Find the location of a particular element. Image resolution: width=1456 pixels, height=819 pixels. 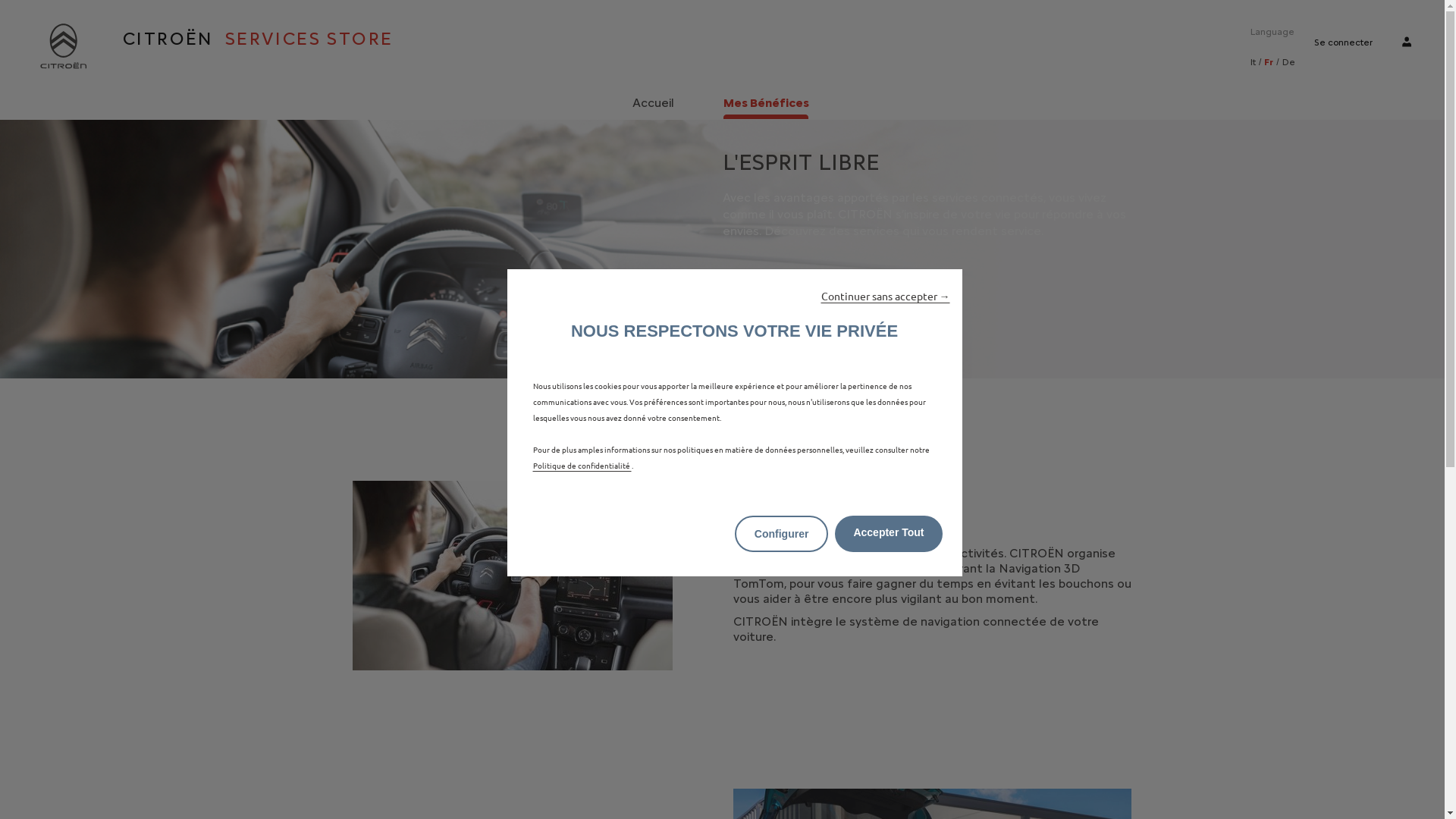

'Configurer' is located at coordinates (735, 533).